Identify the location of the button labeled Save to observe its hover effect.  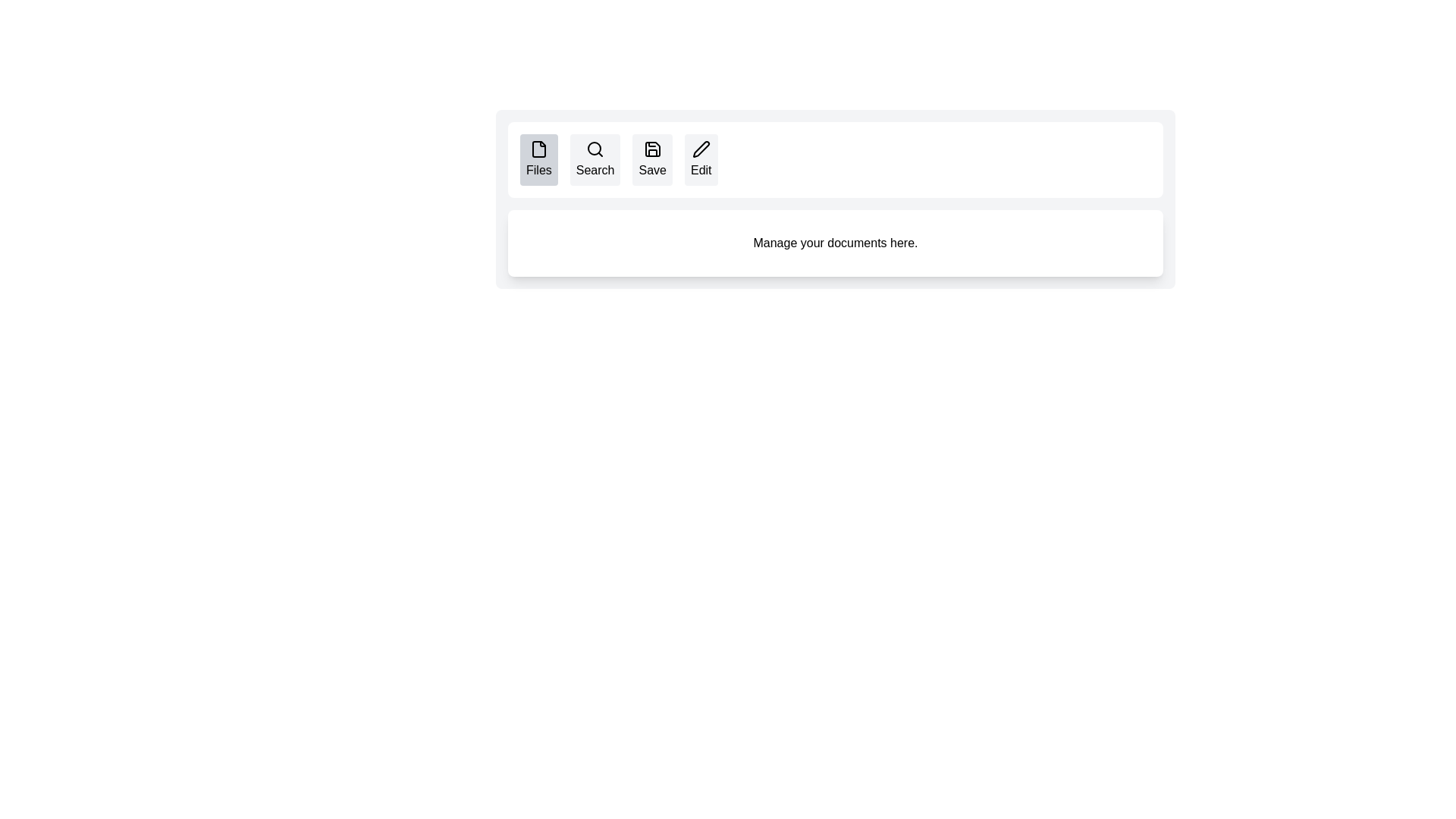
(651, 160).